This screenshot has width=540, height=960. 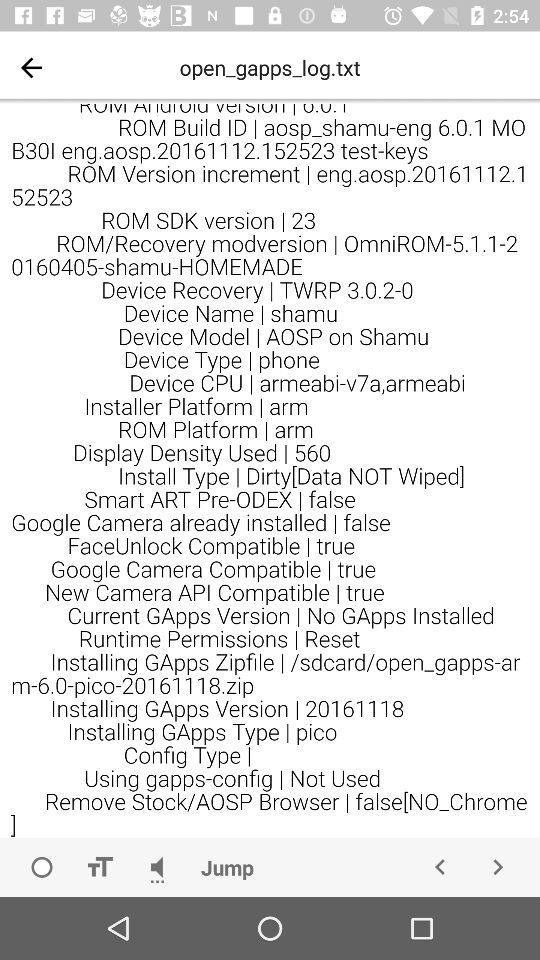 What do you see at coordinates (156, 866) in the screenshot?
I see `volume control` at bounding box center [156, 866].